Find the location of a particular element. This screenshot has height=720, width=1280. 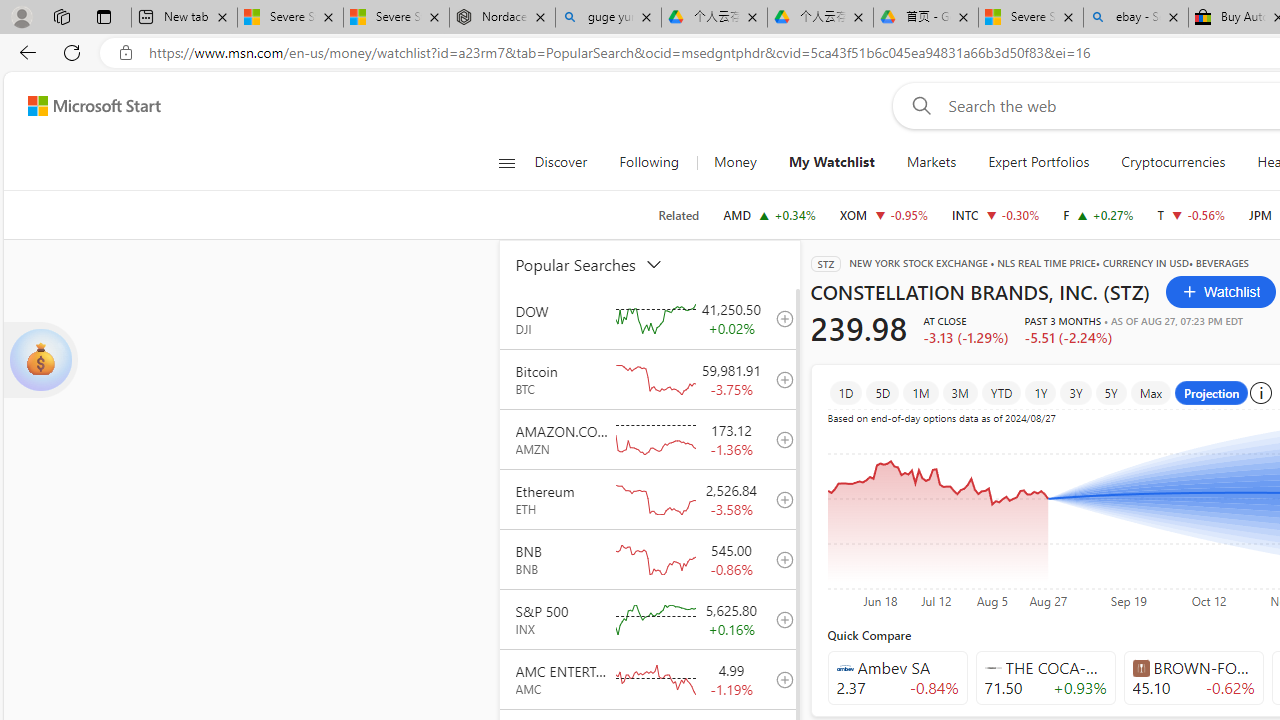

'1Y' is located at coordinates (1040, 392).